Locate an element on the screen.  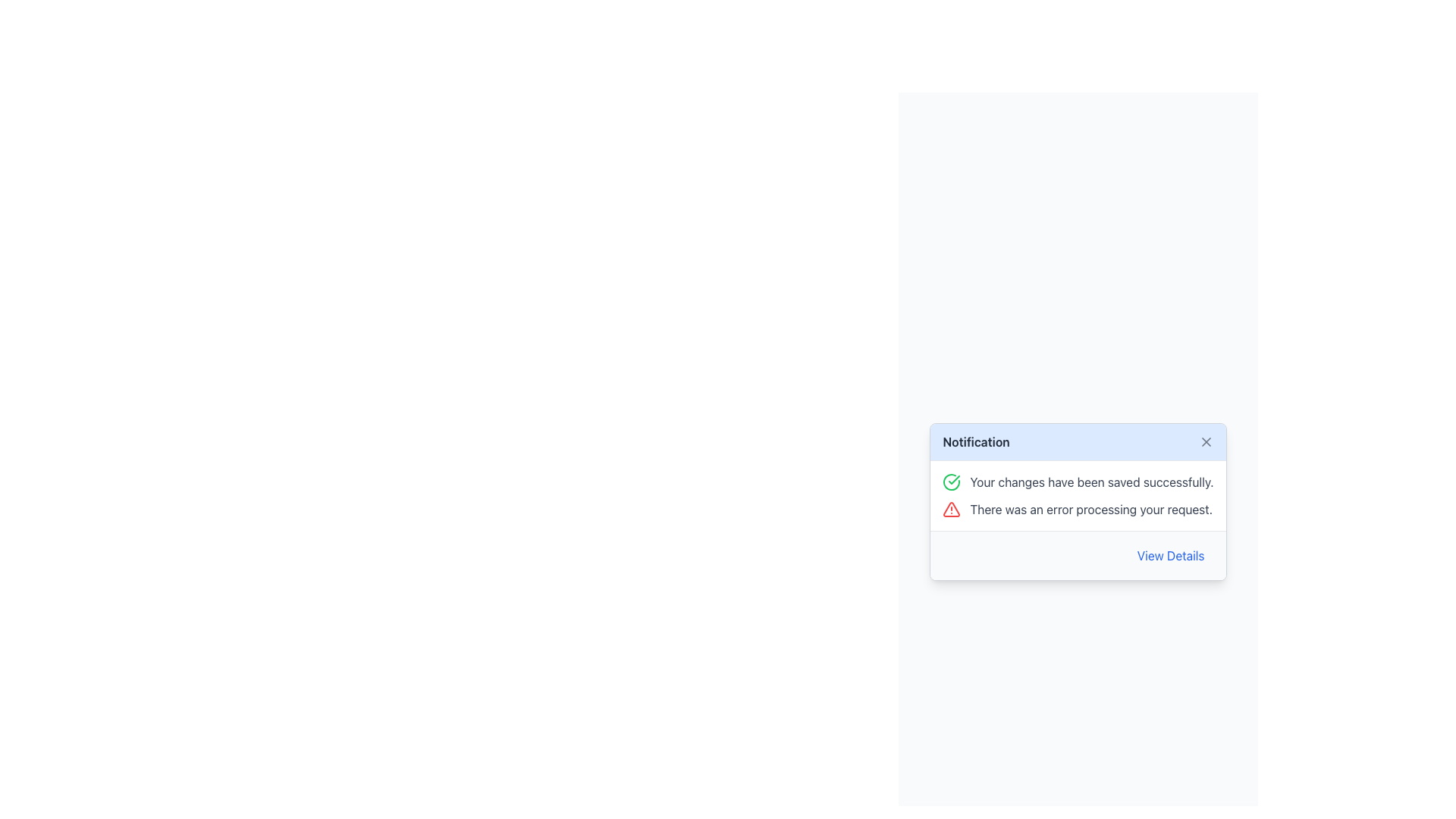
the 'View Details' button located at the bottom-right corner of the notification dialog box is located at coordinates (1170, 555).